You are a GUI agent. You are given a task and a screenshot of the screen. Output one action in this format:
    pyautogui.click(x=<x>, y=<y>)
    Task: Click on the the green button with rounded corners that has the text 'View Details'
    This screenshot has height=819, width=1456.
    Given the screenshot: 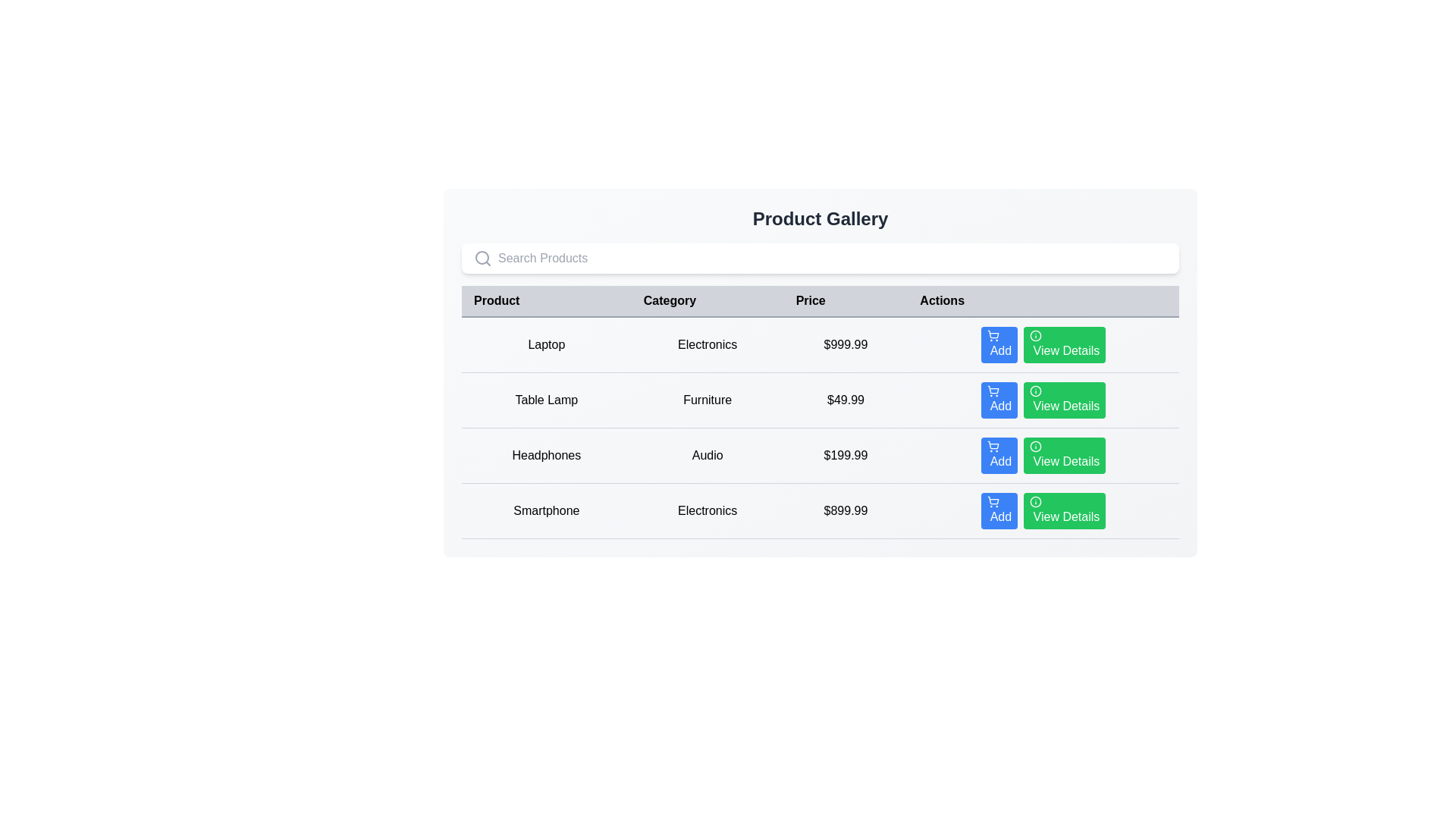 What is the action you would take?
    pyautogui.click(x=1064, y=455)
    